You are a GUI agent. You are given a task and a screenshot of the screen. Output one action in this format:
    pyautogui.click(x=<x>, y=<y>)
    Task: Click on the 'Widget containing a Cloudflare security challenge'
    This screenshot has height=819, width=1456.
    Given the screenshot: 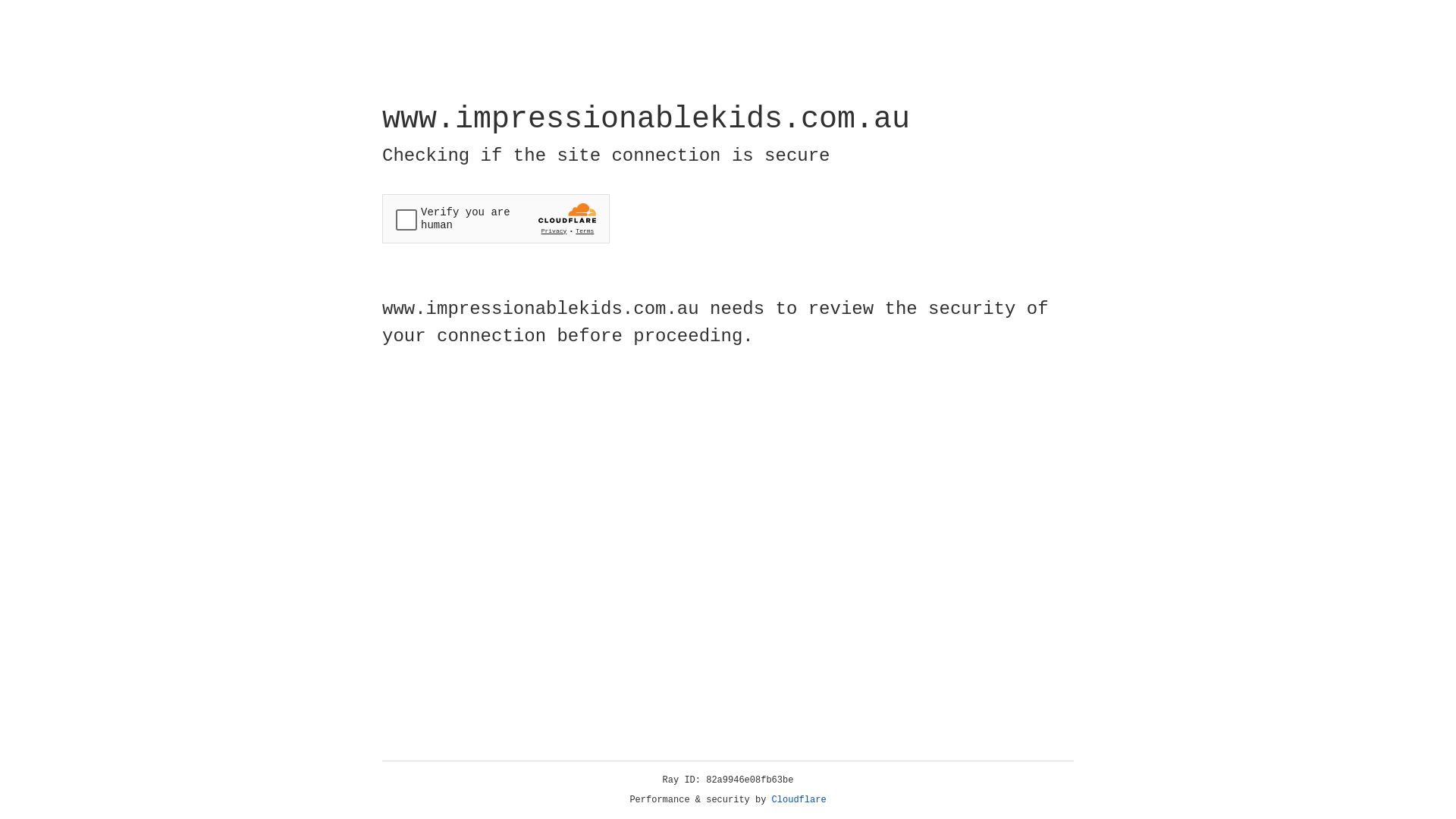 What is the action you would take?
    pyautogui.click(x=495, y=218)
    